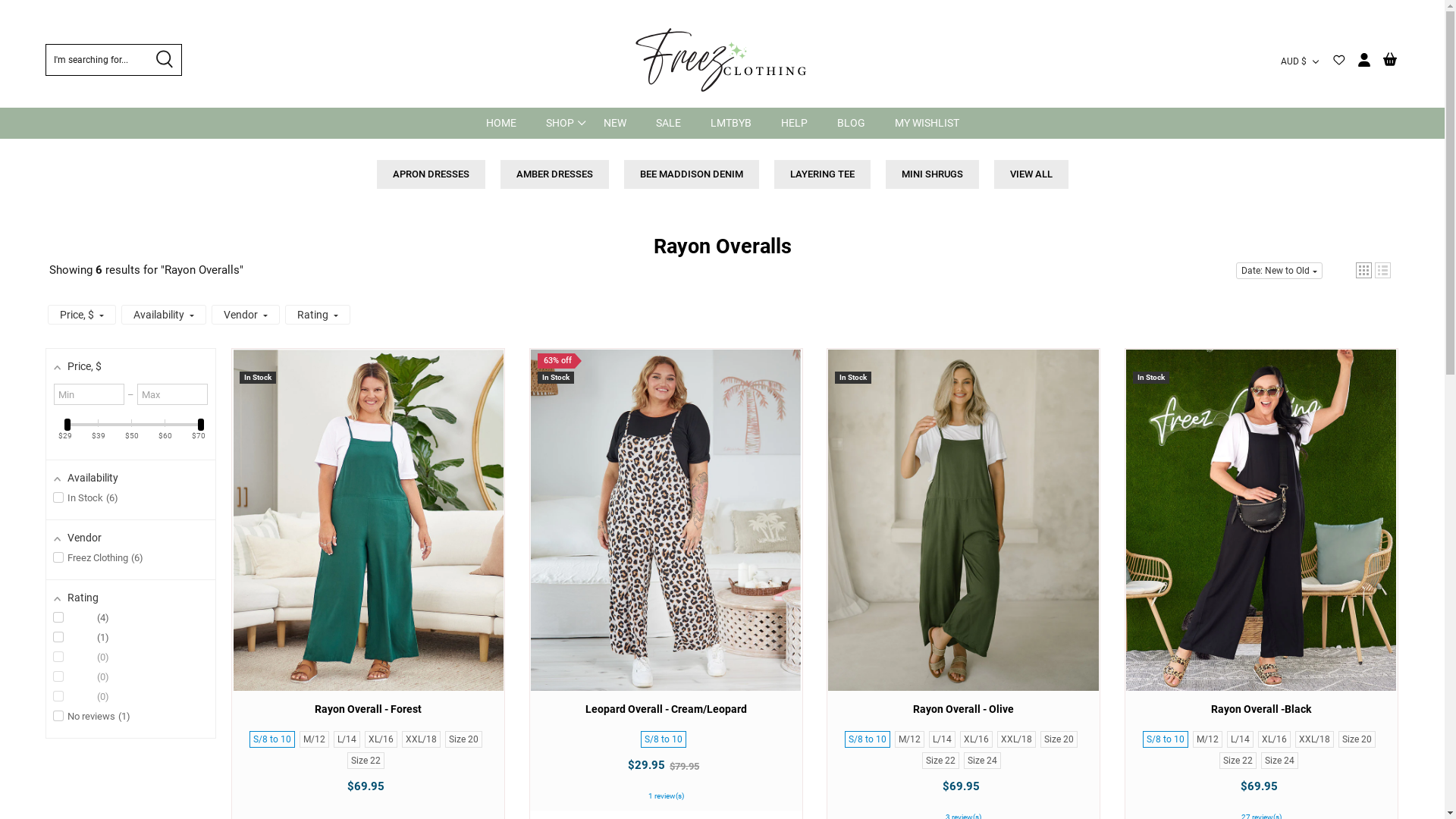  Describe the element at coordinates (821, 174) in the screenshot. I see `'LAYERING TEE'` at that location.